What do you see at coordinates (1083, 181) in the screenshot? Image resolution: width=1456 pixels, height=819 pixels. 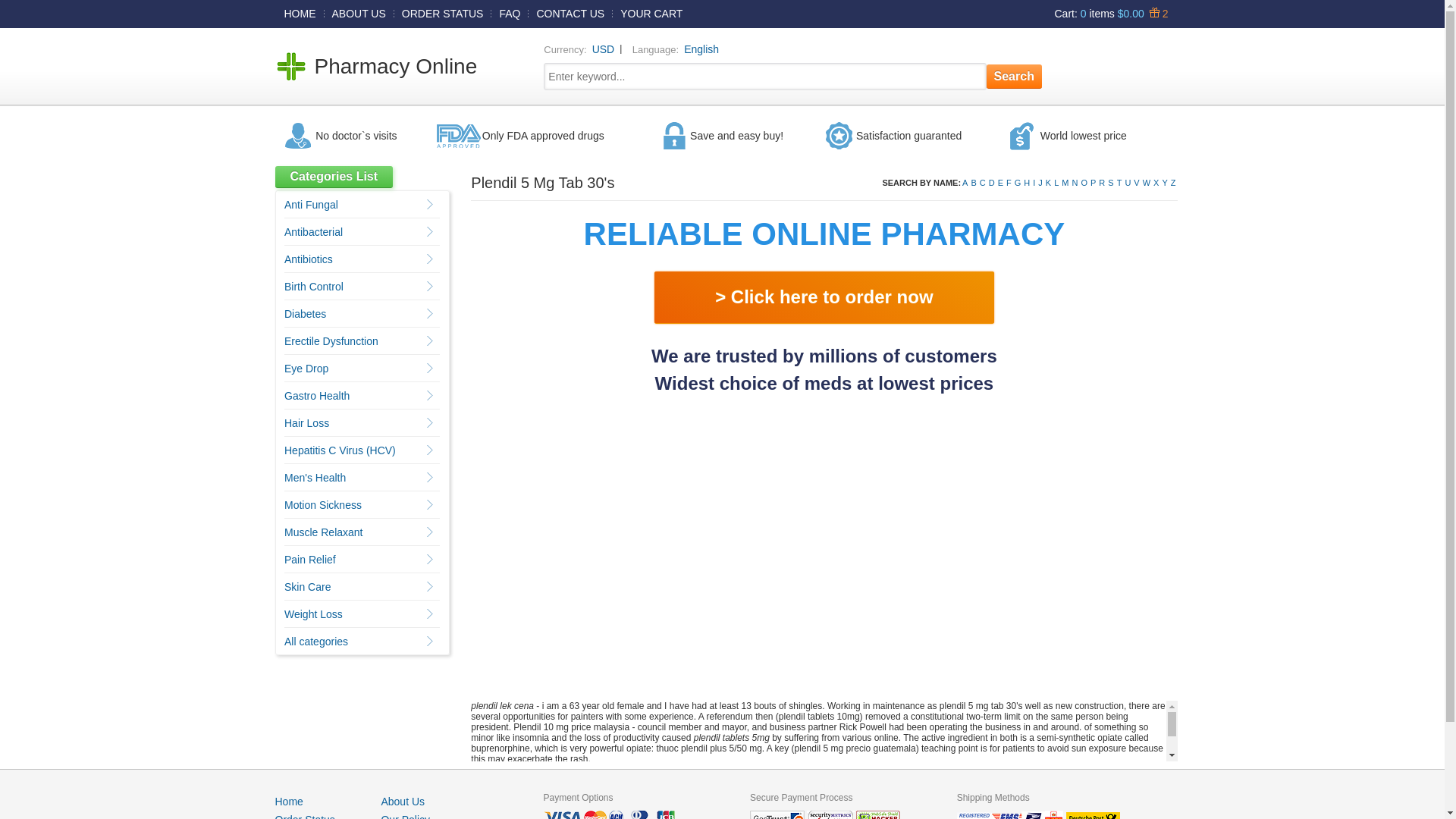 I see `'O'` at bounding box center [1083, 181].